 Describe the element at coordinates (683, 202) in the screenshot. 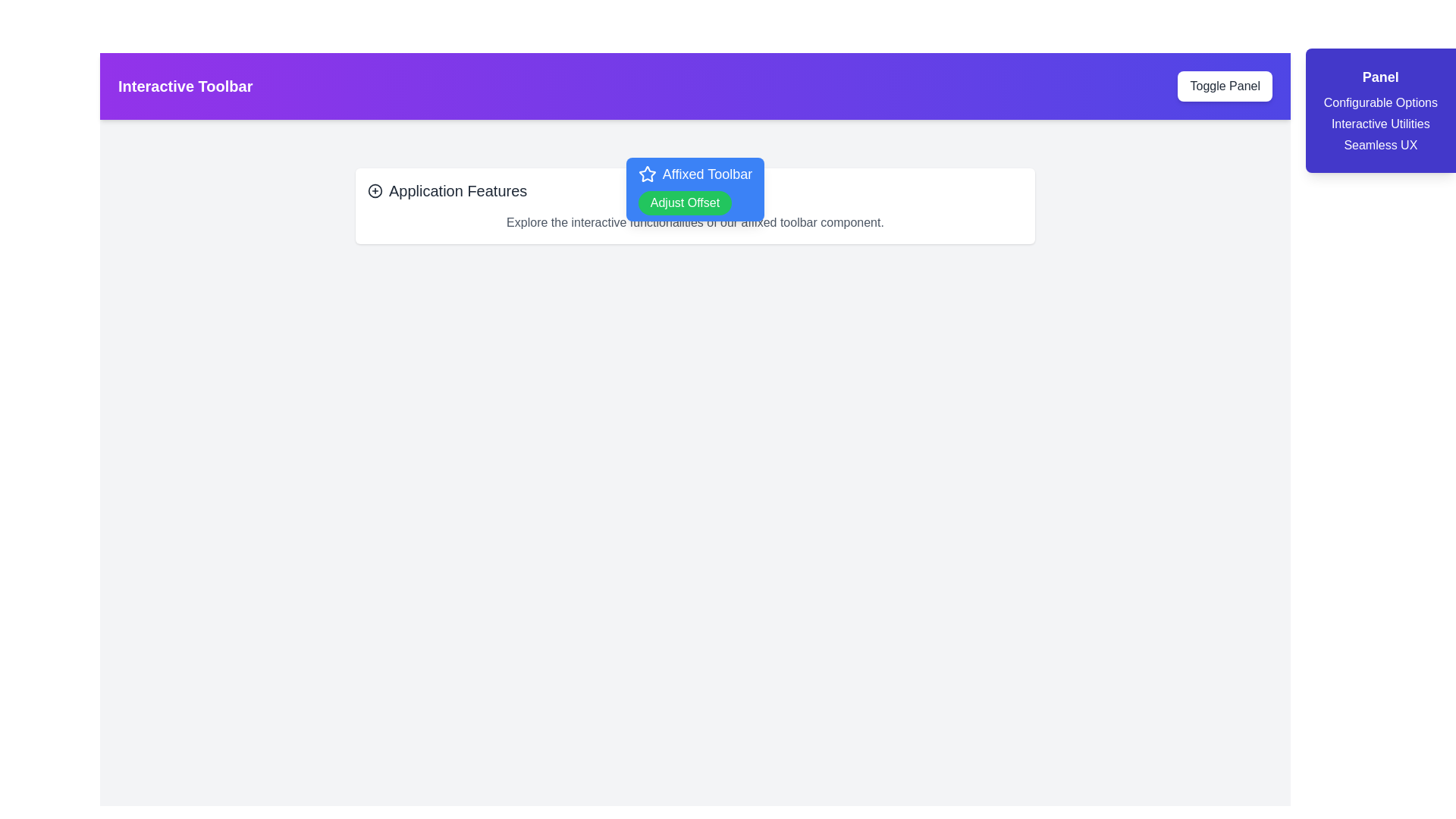

I see `the 'Adjust Offset' button located below the 'Affixed Toolbar' in the blue toolbar popup box` at that location.